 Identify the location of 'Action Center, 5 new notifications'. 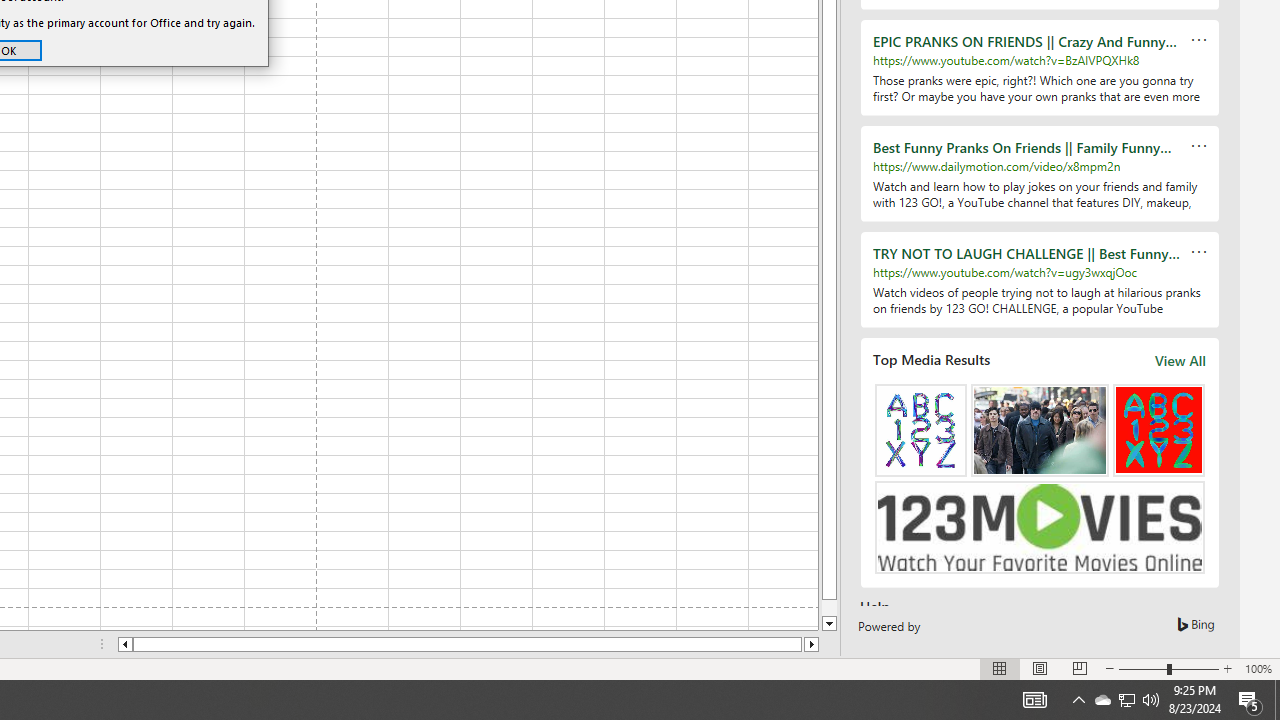
(1250, 698).